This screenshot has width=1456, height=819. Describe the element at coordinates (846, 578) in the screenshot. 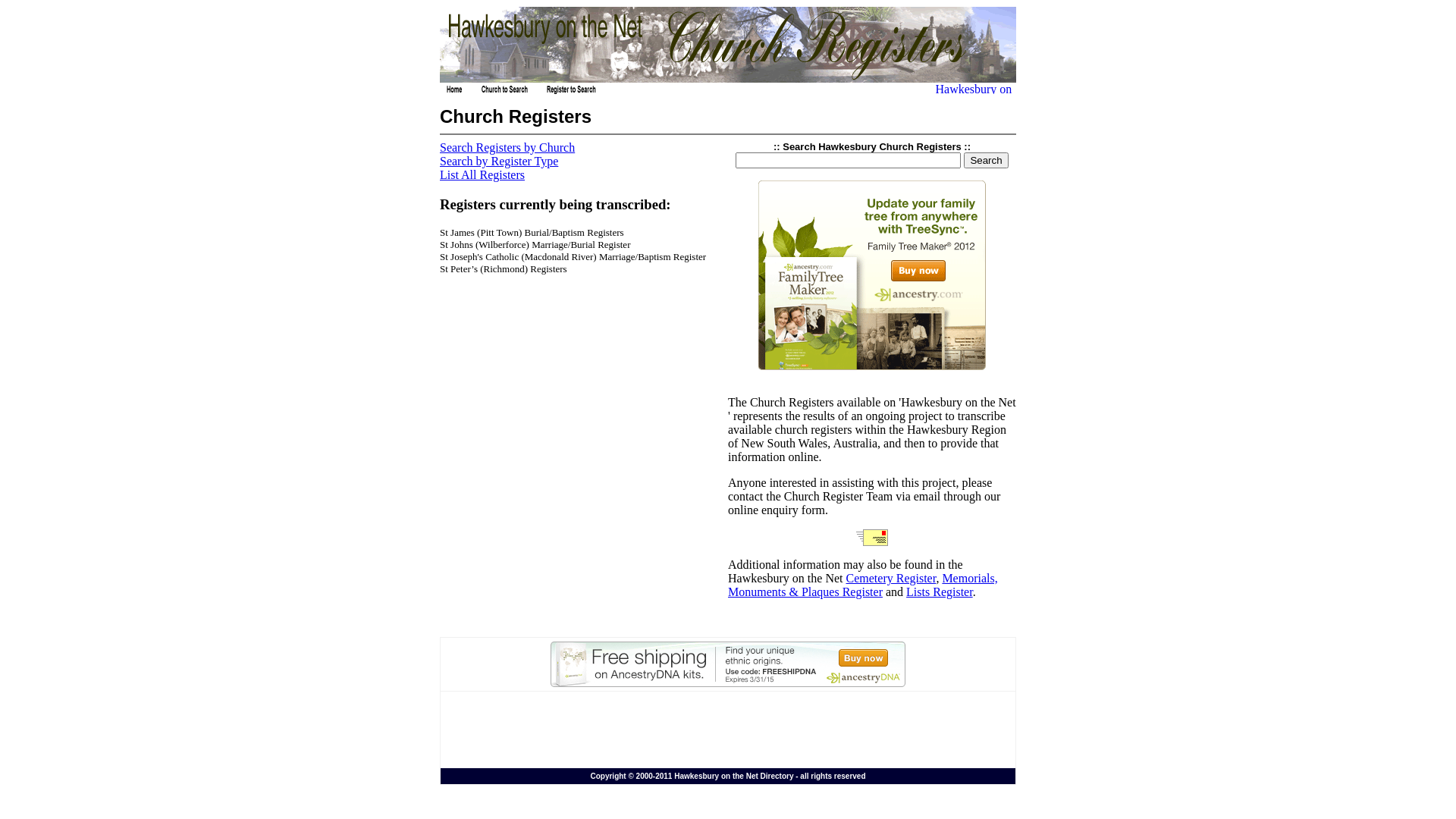

I see `'Cemetery Register'` at that location.